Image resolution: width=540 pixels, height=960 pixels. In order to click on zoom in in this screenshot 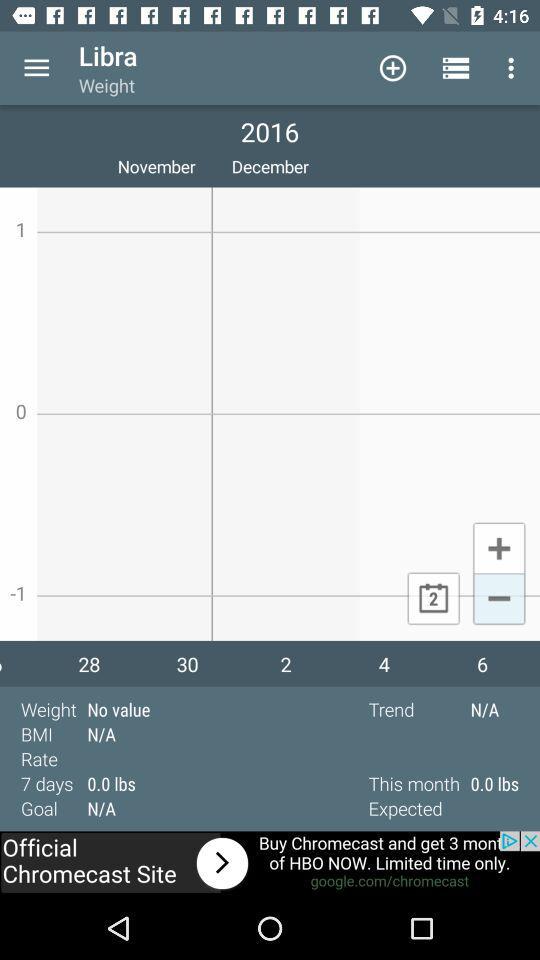, I will do `click(498, 547)`.